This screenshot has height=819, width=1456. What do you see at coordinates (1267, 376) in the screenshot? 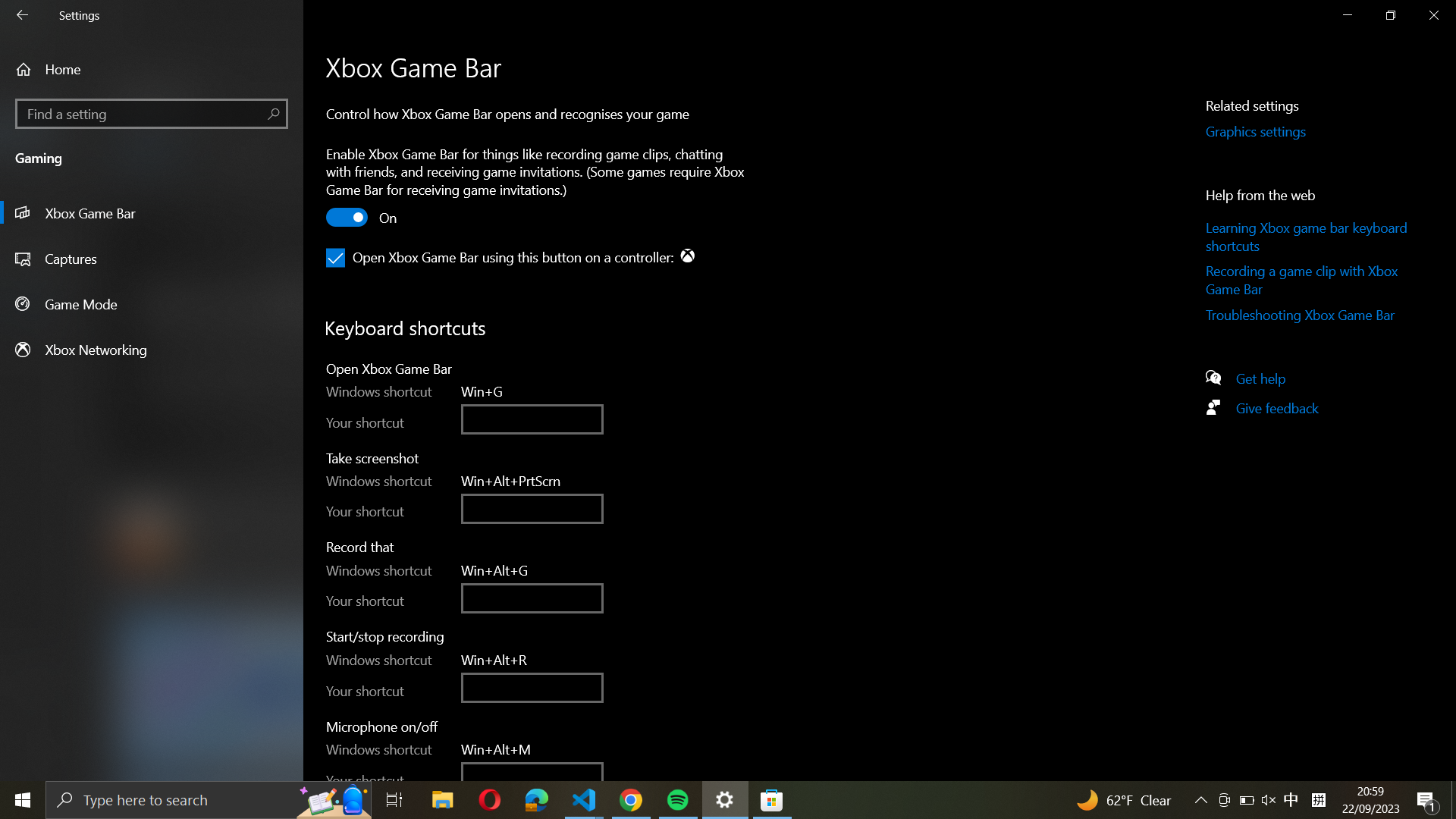
I see `the "Get Help" section` at bounding box center [1267, 376].